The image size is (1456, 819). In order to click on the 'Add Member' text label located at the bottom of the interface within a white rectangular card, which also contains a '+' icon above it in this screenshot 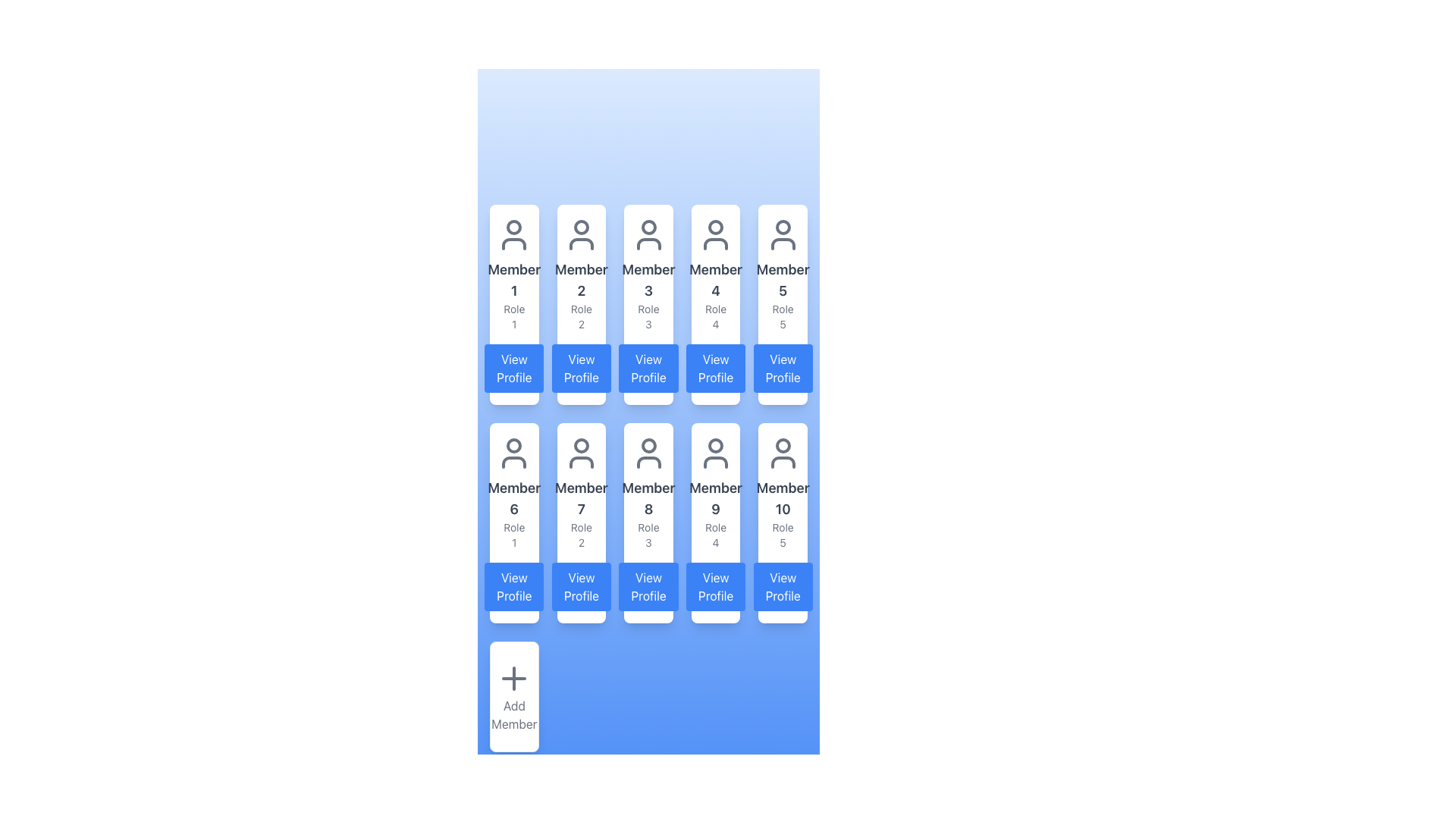, I will do `click(514, 714)`.